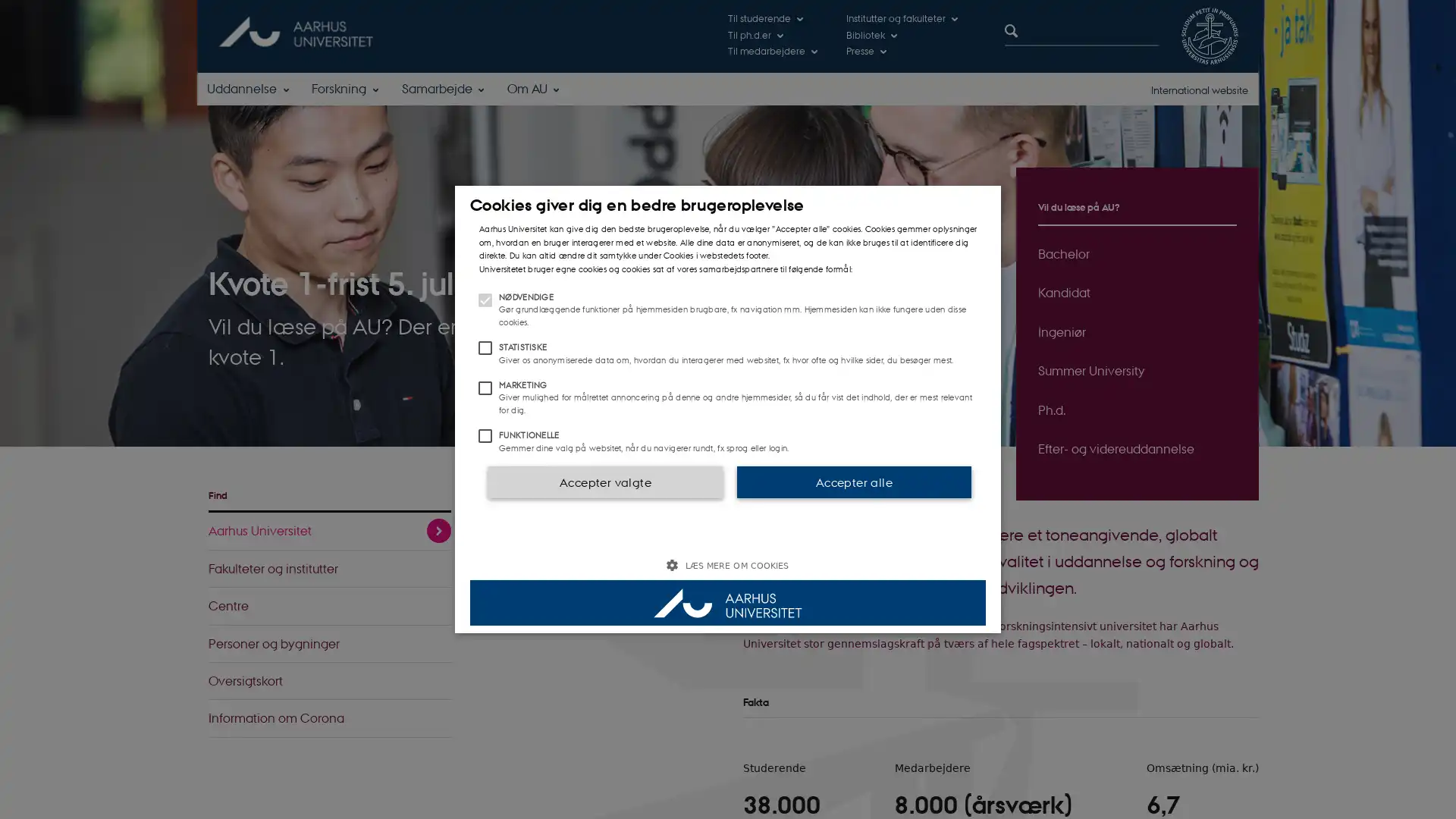 This screenshot has height=819, width=1456. Describe the element at coordinates (329, 568) in the screenshot. I see `Fakulteter og institutter` at that location.